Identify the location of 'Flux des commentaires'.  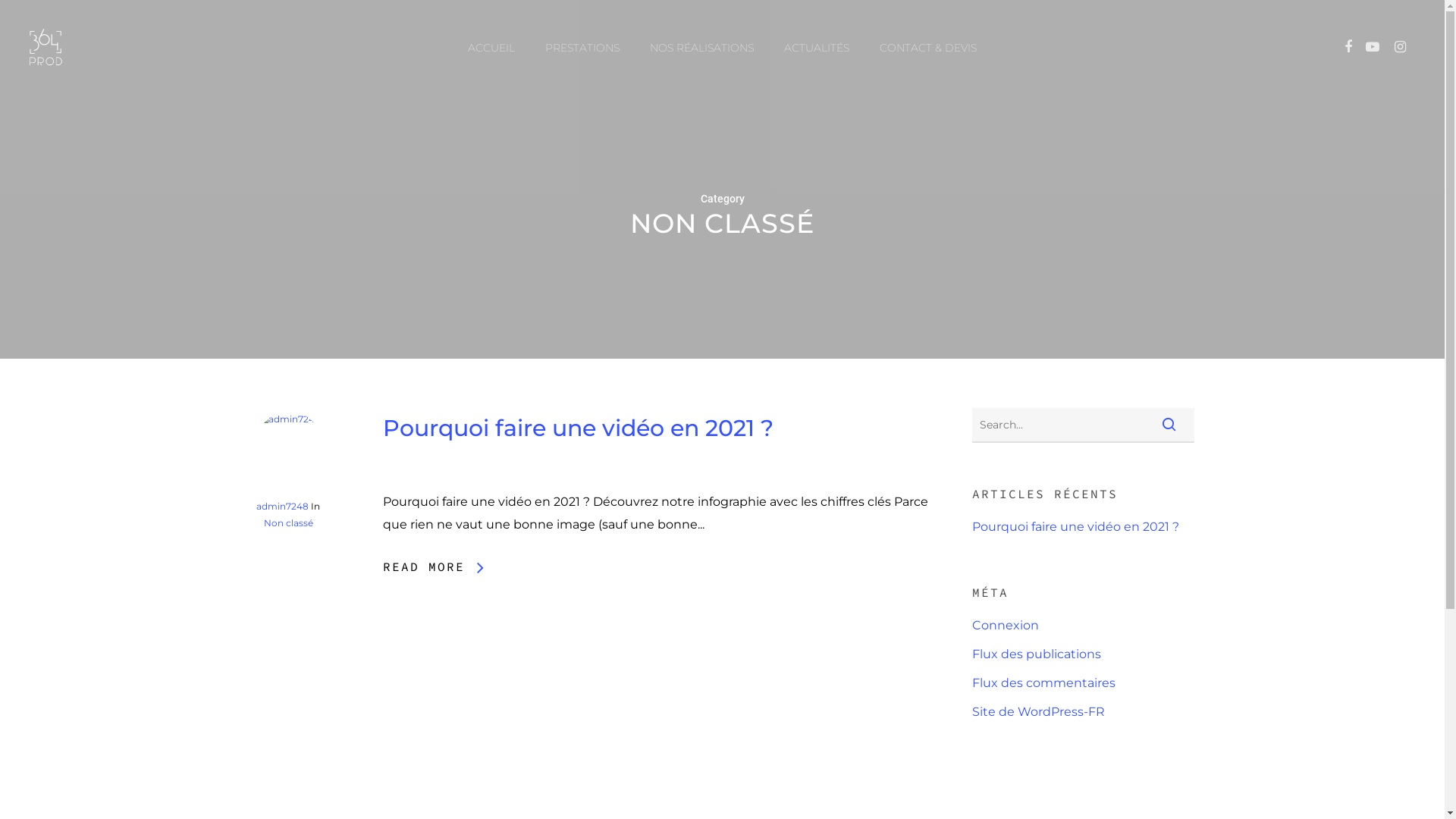
(971, 683).